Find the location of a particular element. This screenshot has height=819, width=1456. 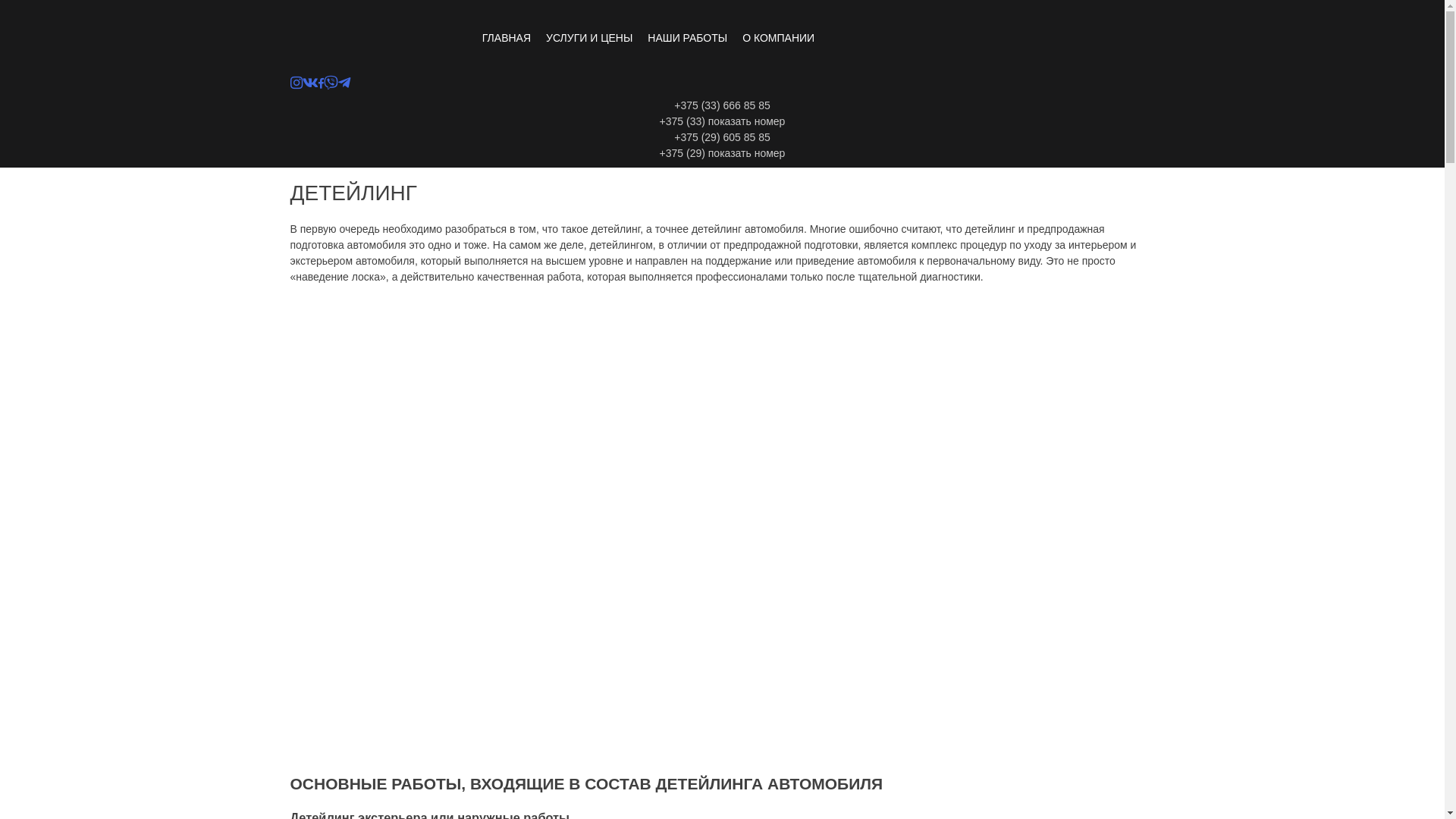

'+375 (29) 605 85 85' is located at coordinates (721, 137).